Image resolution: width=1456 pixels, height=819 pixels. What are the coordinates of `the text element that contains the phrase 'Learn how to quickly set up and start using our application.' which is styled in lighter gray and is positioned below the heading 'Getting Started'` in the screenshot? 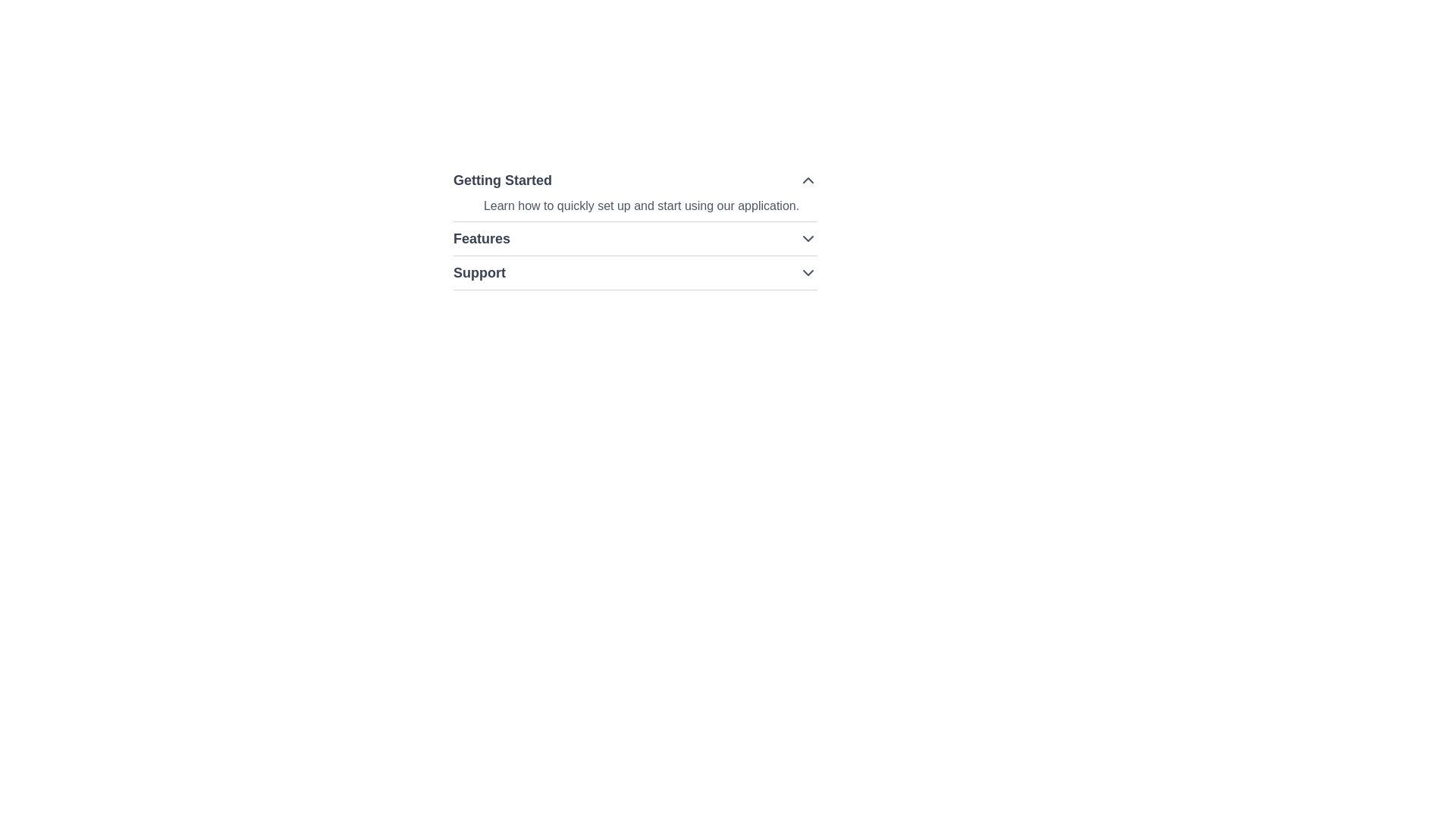 It's located at (635, 206).